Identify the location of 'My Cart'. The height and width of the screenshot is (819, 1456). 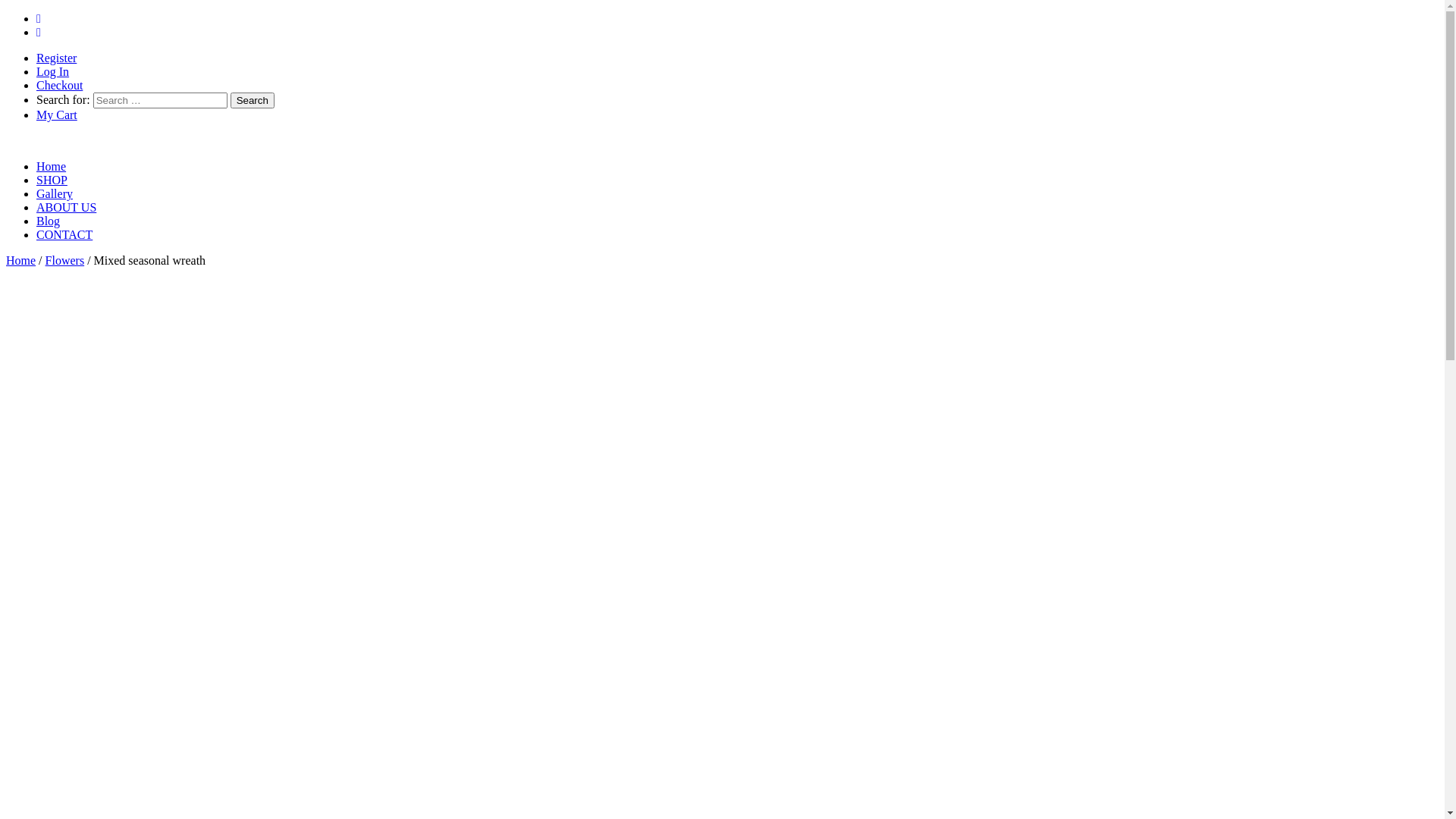
(57, 114).